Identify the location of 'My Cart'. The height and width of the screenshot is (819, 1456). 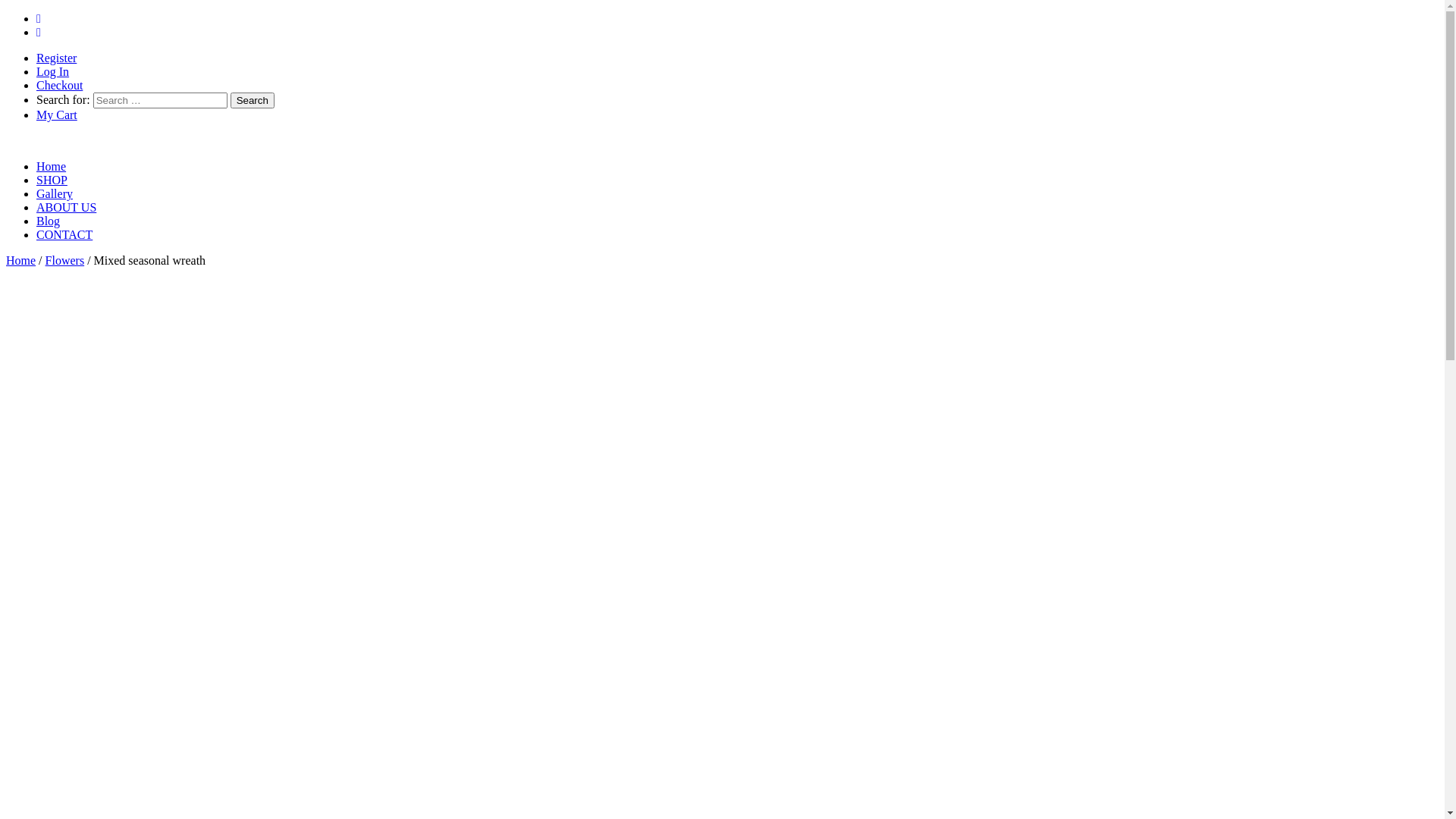
(57, 114).